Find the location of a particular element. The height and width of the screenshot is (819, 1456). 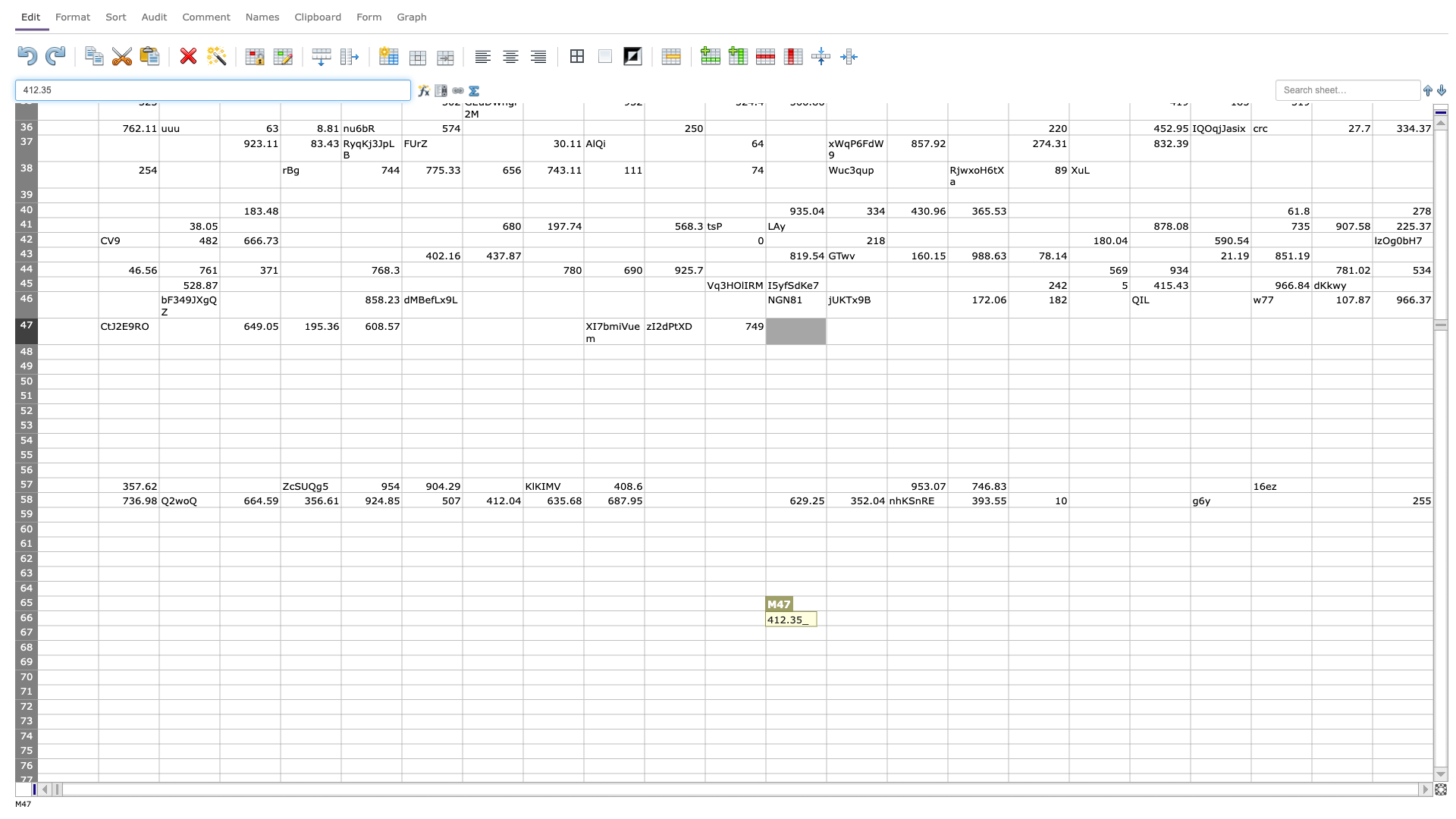

fill handle of cell N67 is located at coordinates (887, 640).